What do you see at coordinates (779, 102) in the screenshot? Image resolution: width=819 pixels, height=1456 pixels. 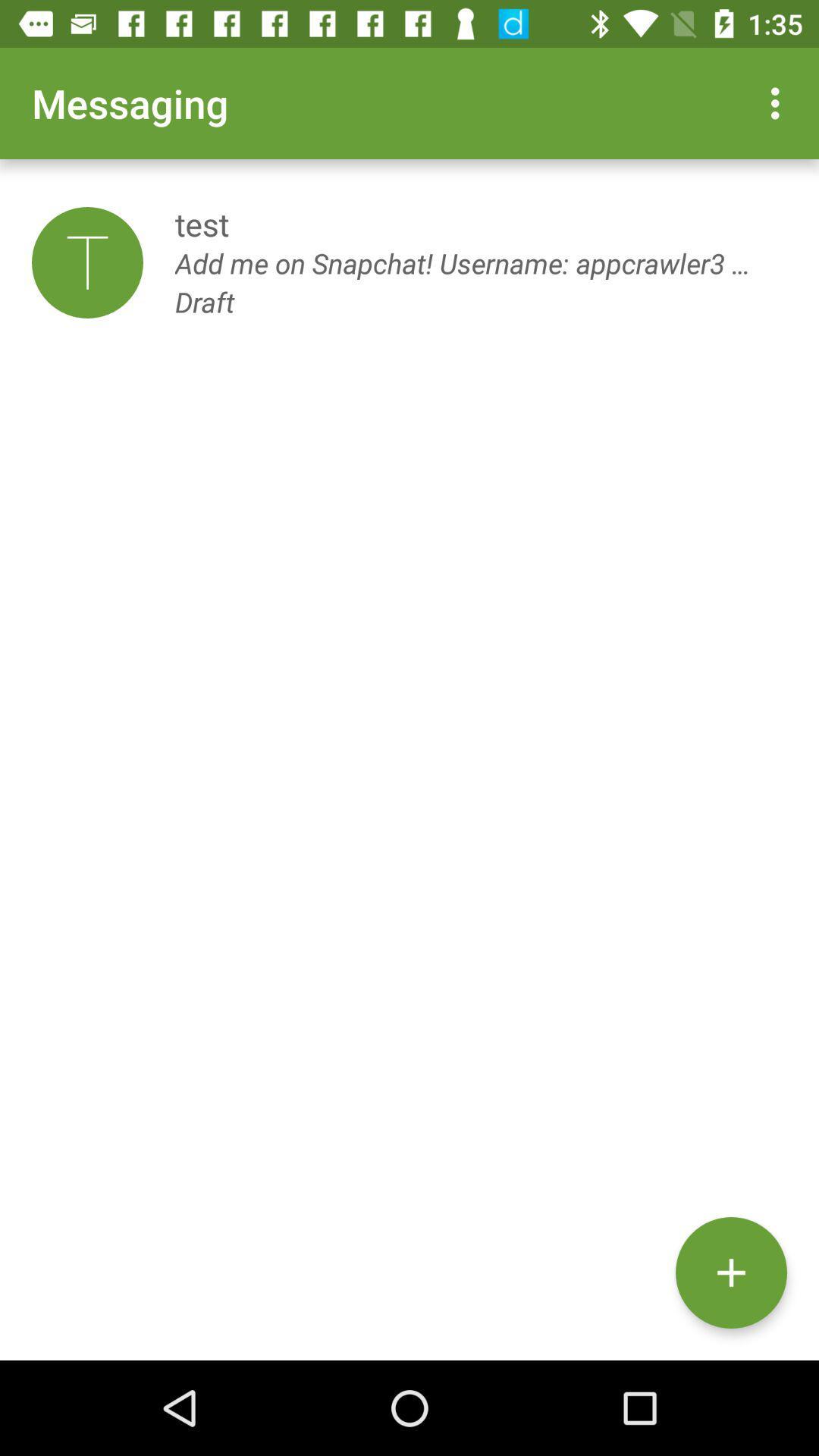 I see `icon above test item` at bounding box center [779, 102].